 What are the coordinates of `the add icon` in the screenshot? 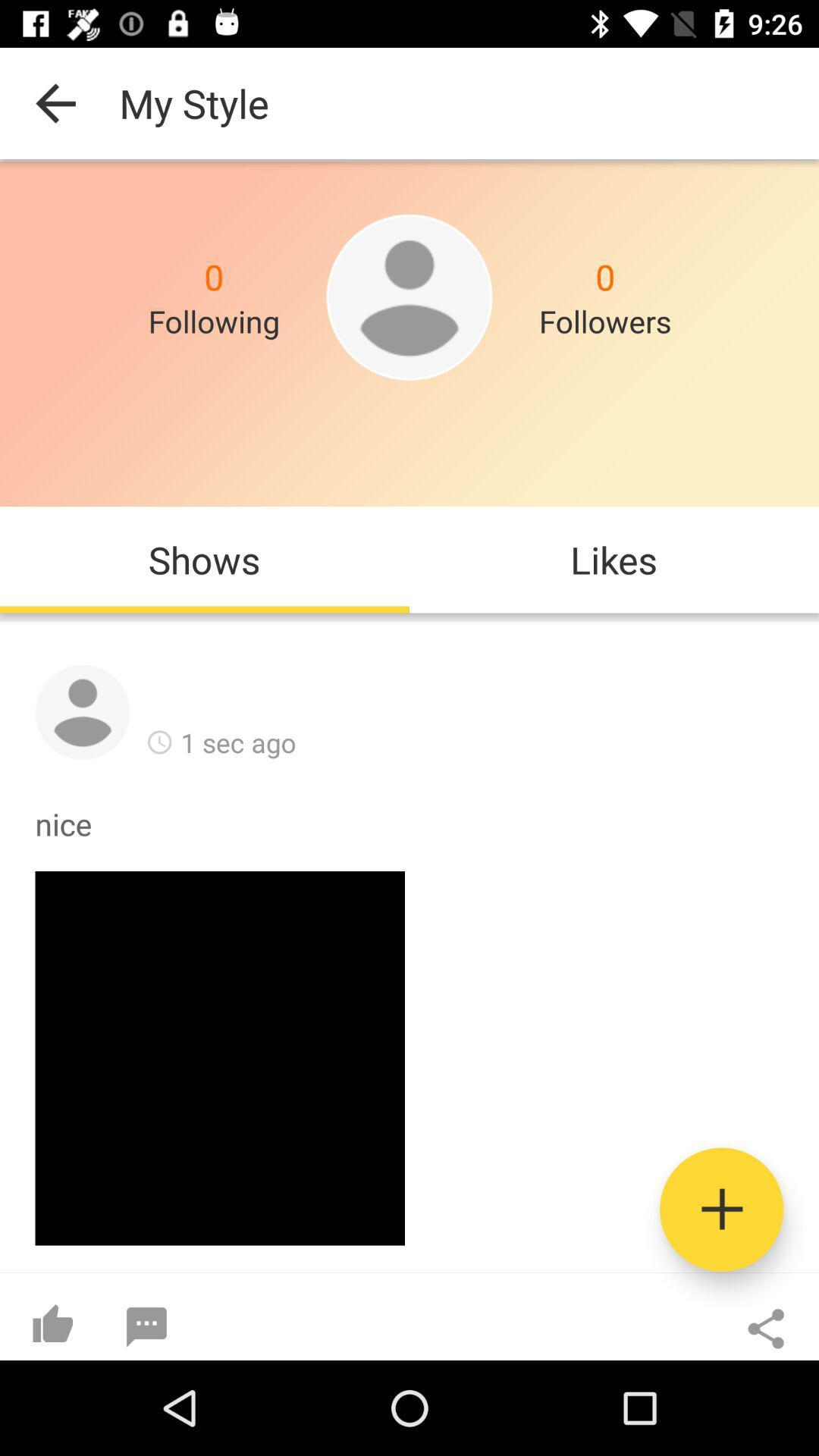 It's located at (720, 1209).